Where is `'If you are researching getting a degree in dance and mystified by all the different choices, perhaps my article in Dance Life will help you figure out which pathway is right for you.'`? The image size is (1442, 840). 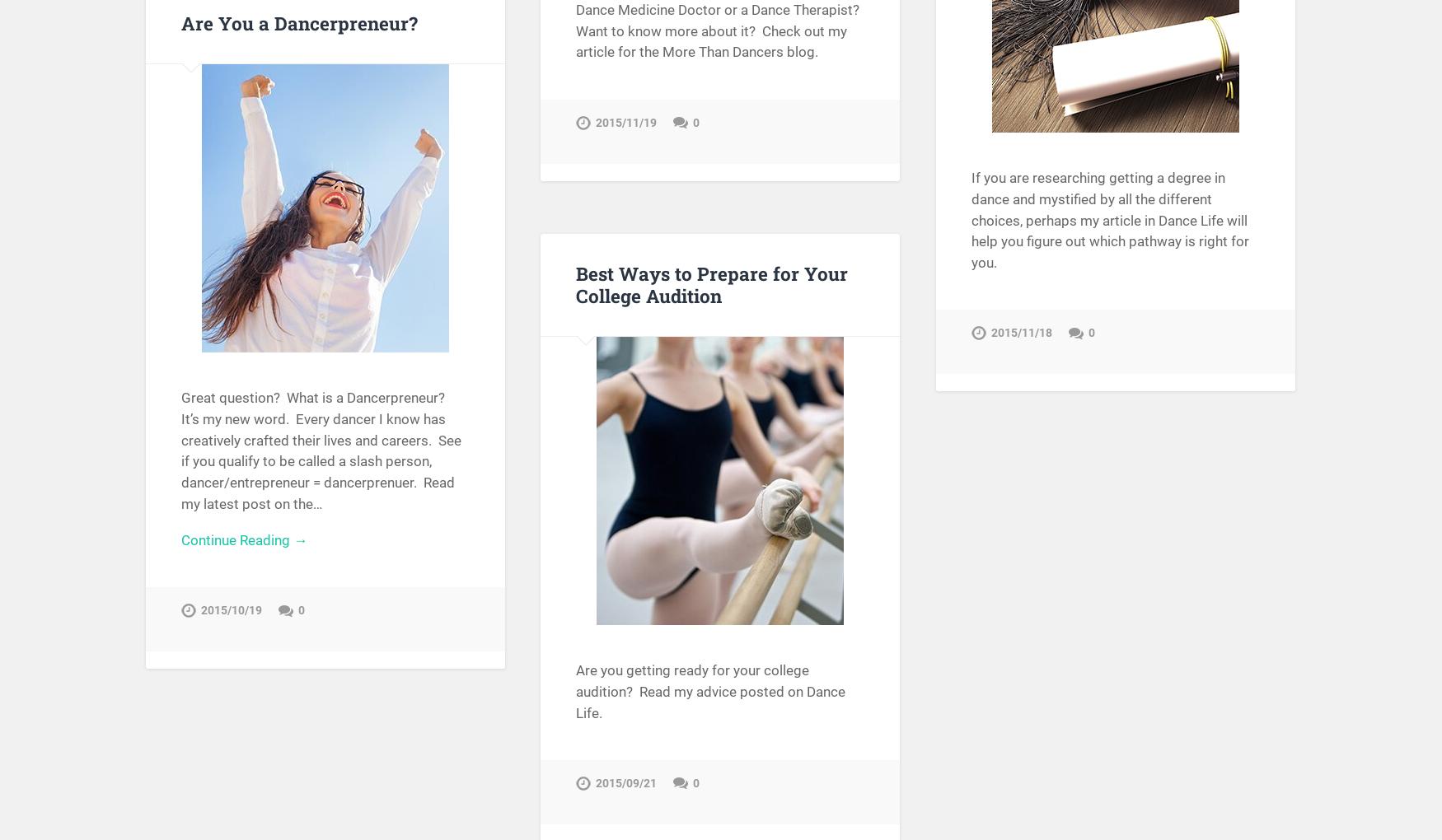
'If you are researching getting a degree in dance and mystified by all the different choices, perhaps my article in Dance Life will help you figure out which pathway is right for you.' is located at coordinates (1110, 219).